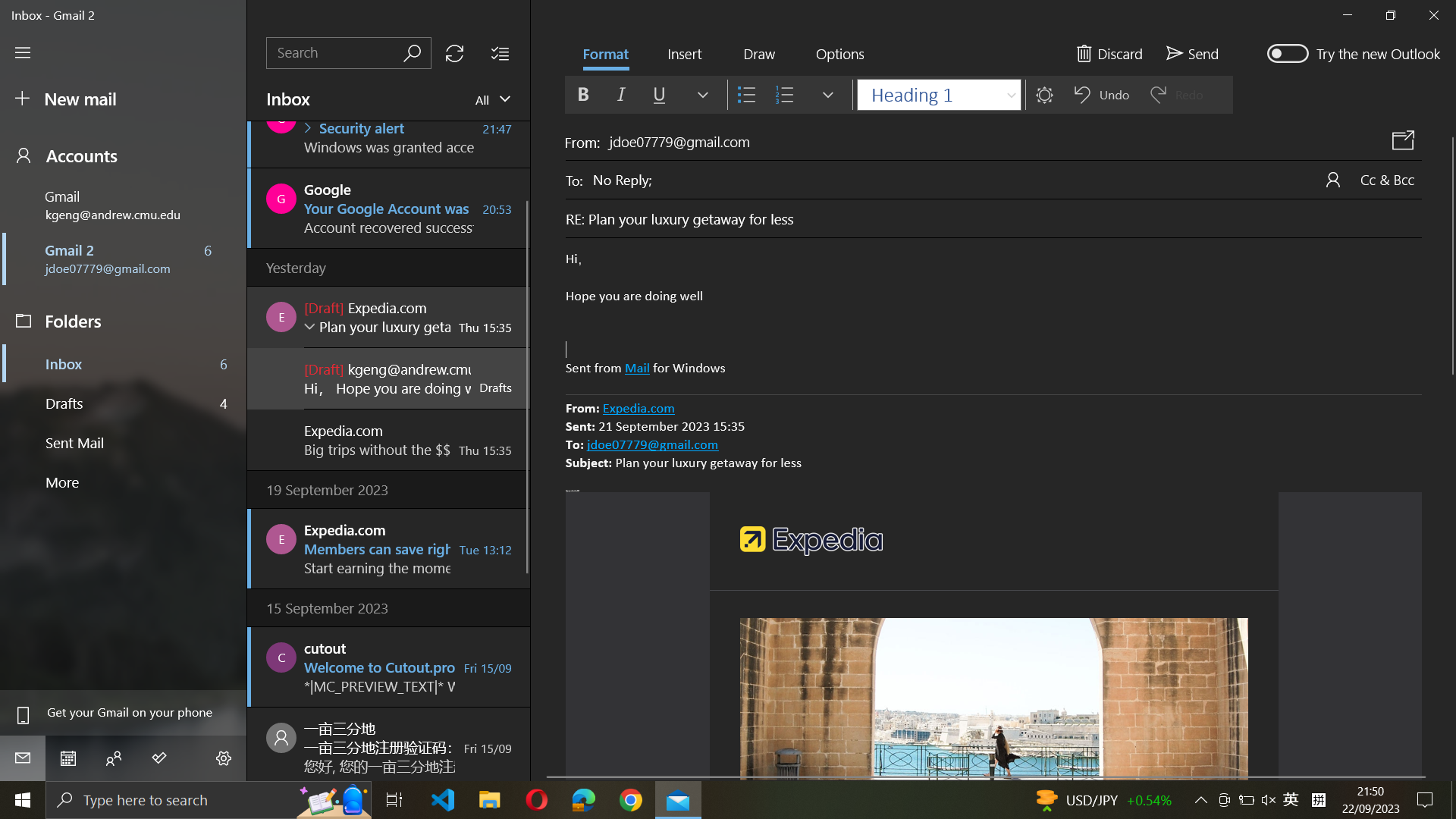 Image resolution: width=1456 pixels, height=819 pixels. Describe the element at coordinates (937, 93) in the screenshot. I see `Switch to Arial font style` at that location.